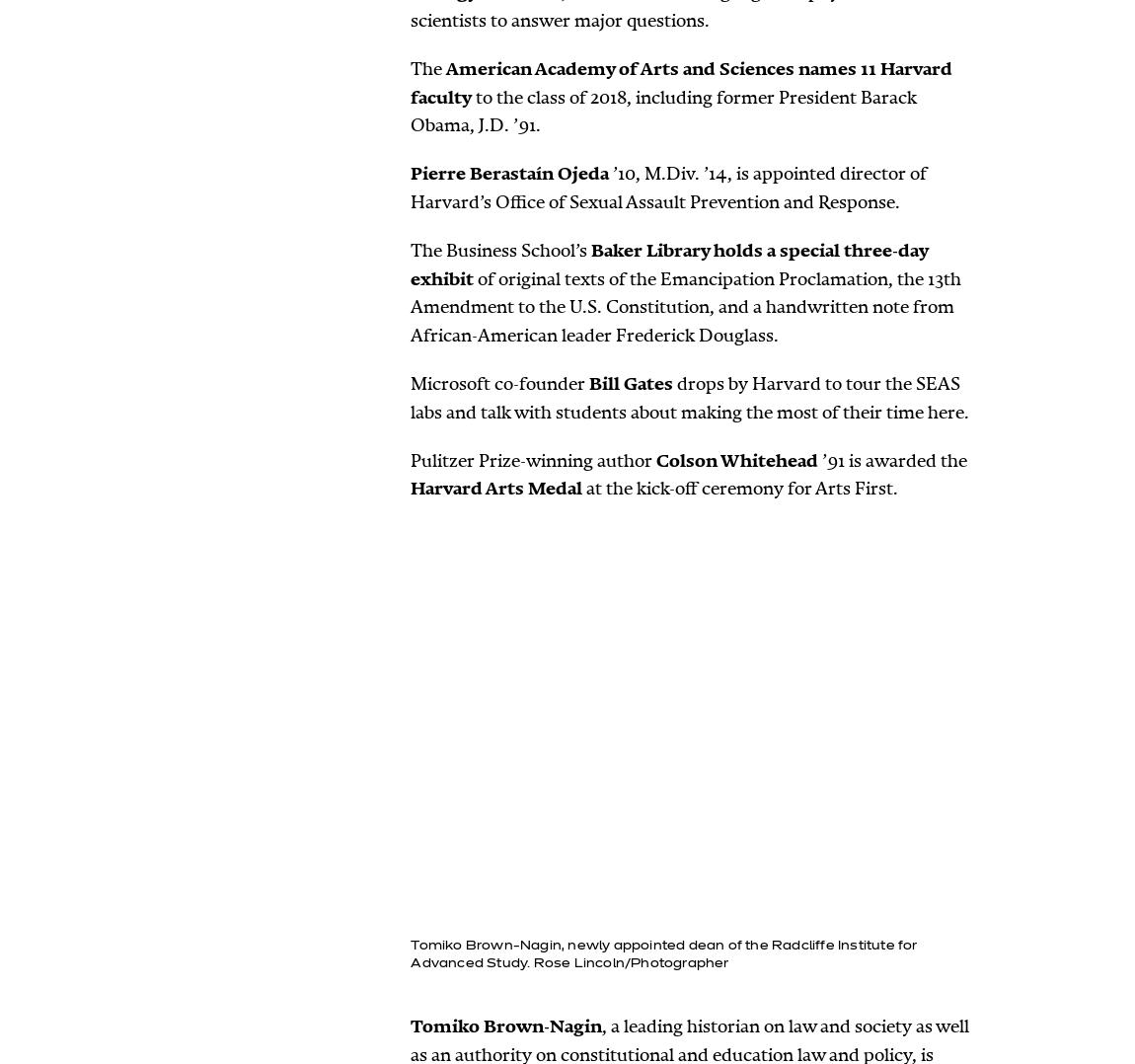  Describe the element at coordinates (410, 187) in the screenshot. I see `'’10, M.Div. ’14, is appointed director of Harvard’s Office of Sexual Assault Prevention and Response.'` at that location.